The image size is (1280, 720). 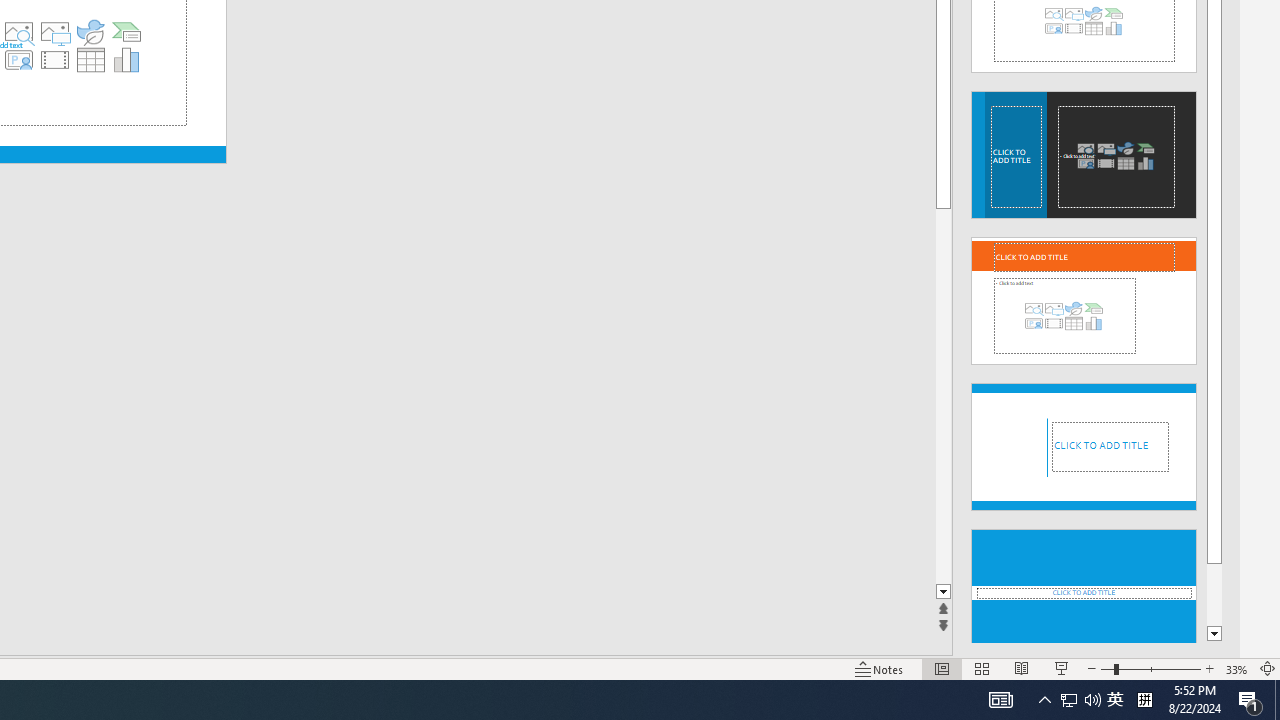 What do you see at coordinates (1236, 669) in the screenshot?
I see `'Zoom 33%'` at bounding box center [1236, 669].